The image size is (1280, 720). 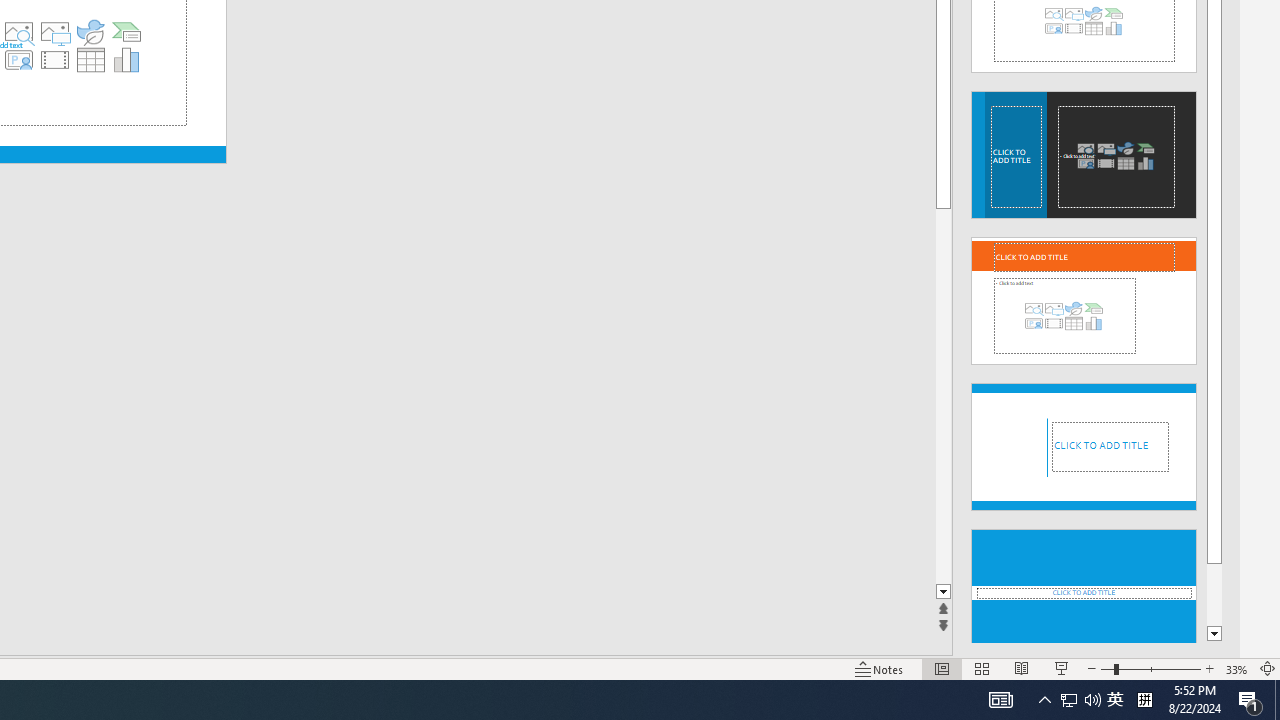 What do you see at coordinates (1236, 669) in the screenshot?
I see `'Zoom 33%'` at bounding box center [1236, 669].